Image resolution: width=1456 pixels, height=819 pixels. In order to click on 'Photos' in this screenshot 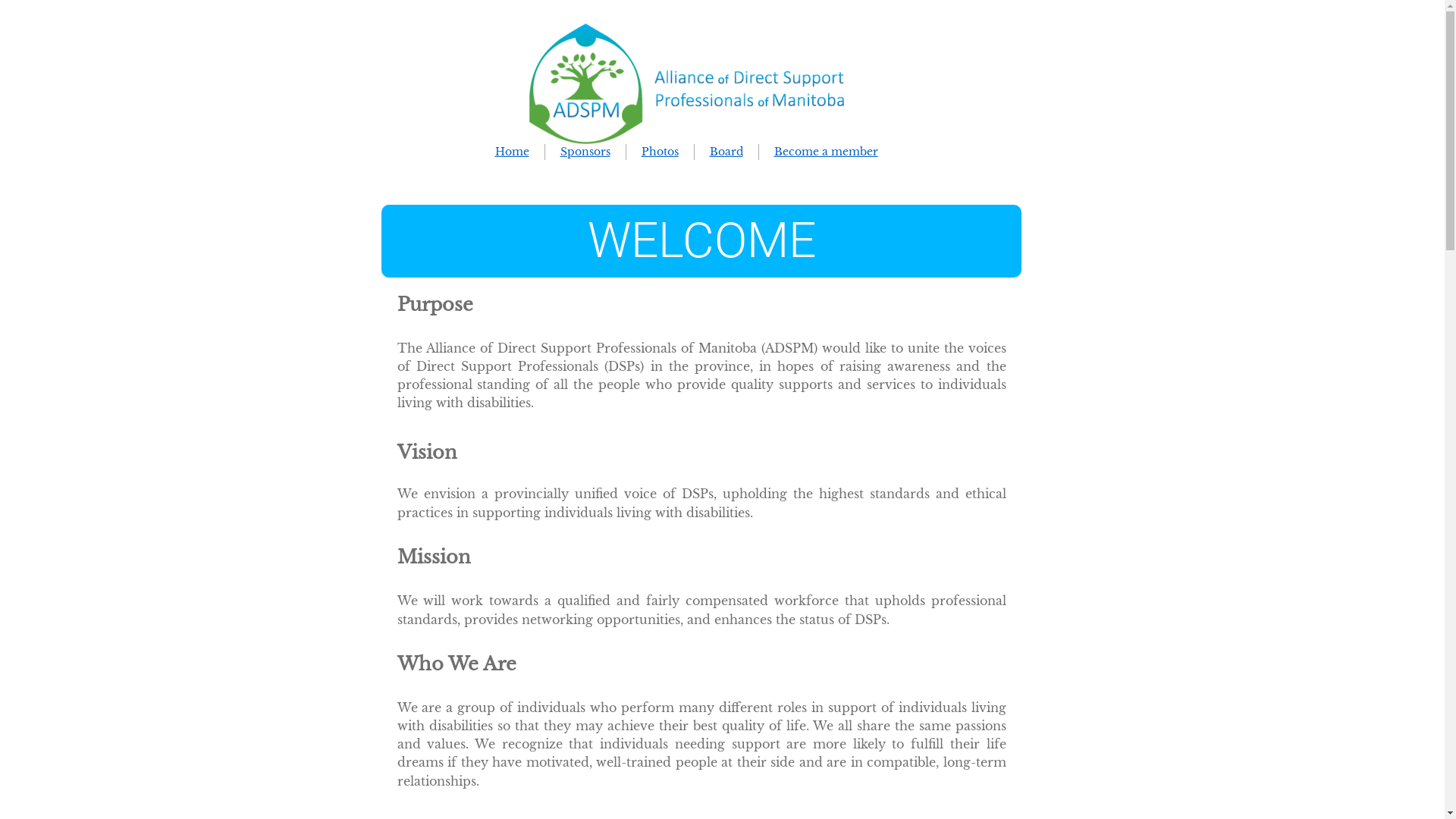, I will do `click(660, 152)`.